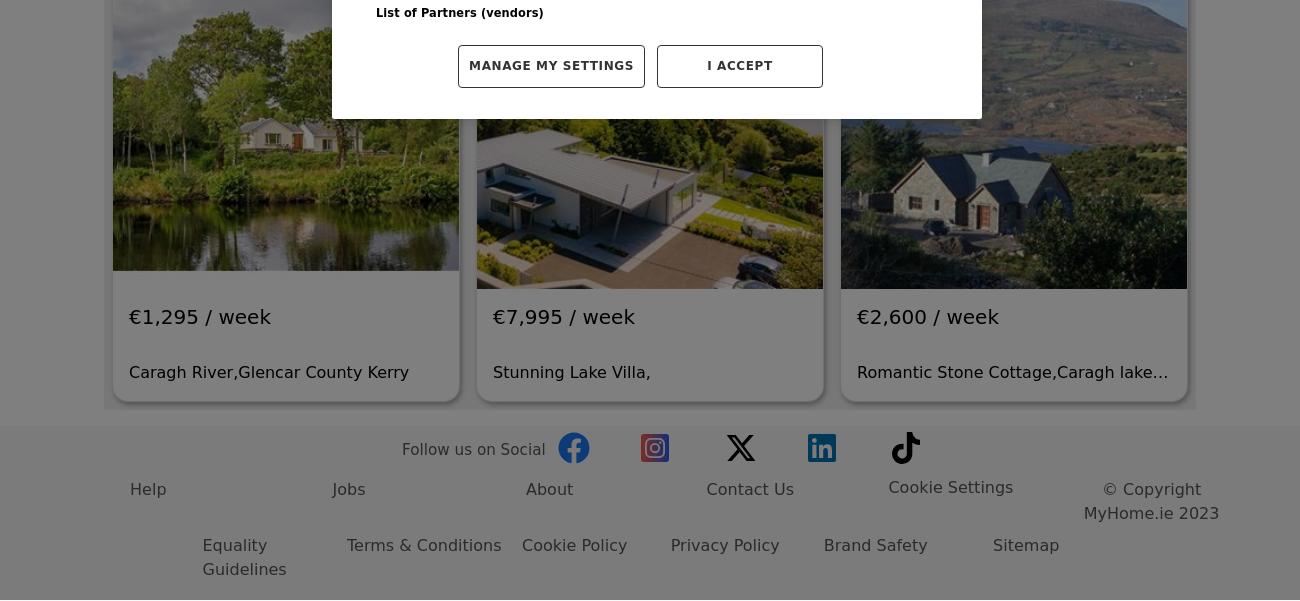  I want to click on 'Sitemap', so click(1024, 343).